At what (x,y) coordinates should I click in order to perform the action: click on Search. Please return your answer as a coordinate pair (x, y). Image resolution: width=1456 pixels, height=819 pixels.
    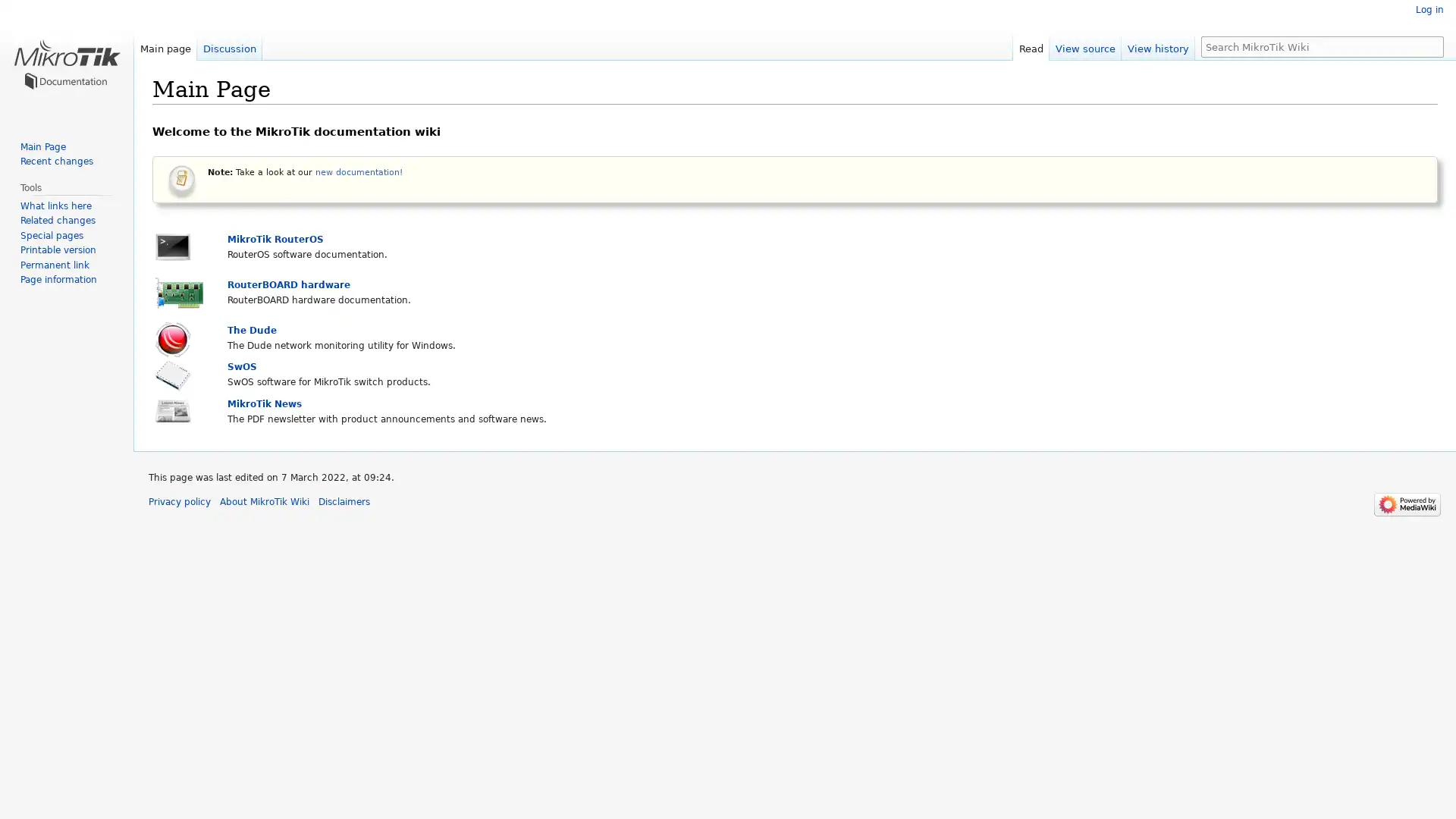
    Looking at the image, I should click on (1432, 45).